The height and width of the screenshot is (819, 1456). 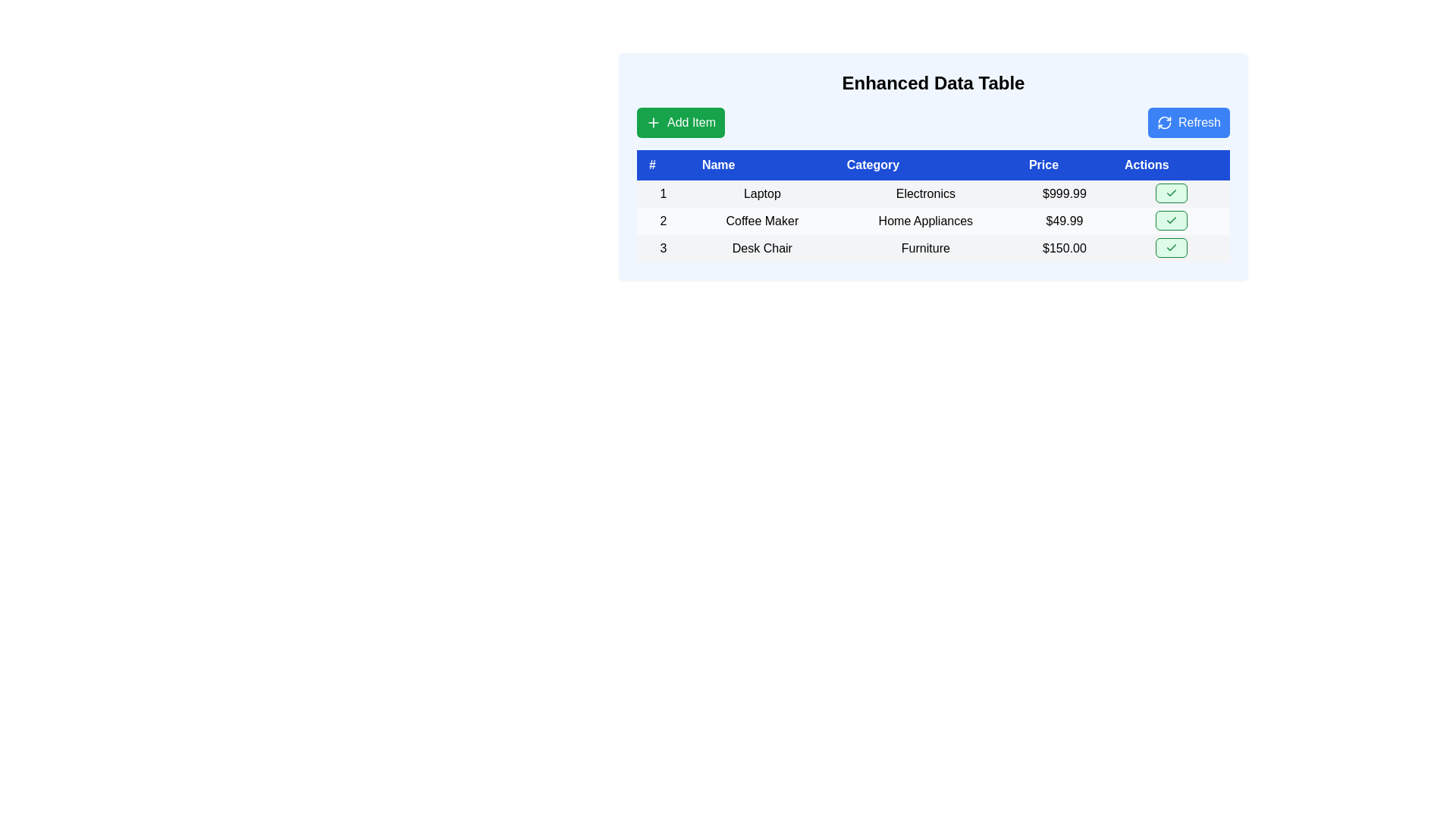 I want to click on the small green checkmark icon within the green button in the 'Actions' column of the third row corresponding to the 'Desk Chair' entry, so click(x=1170, y=247).